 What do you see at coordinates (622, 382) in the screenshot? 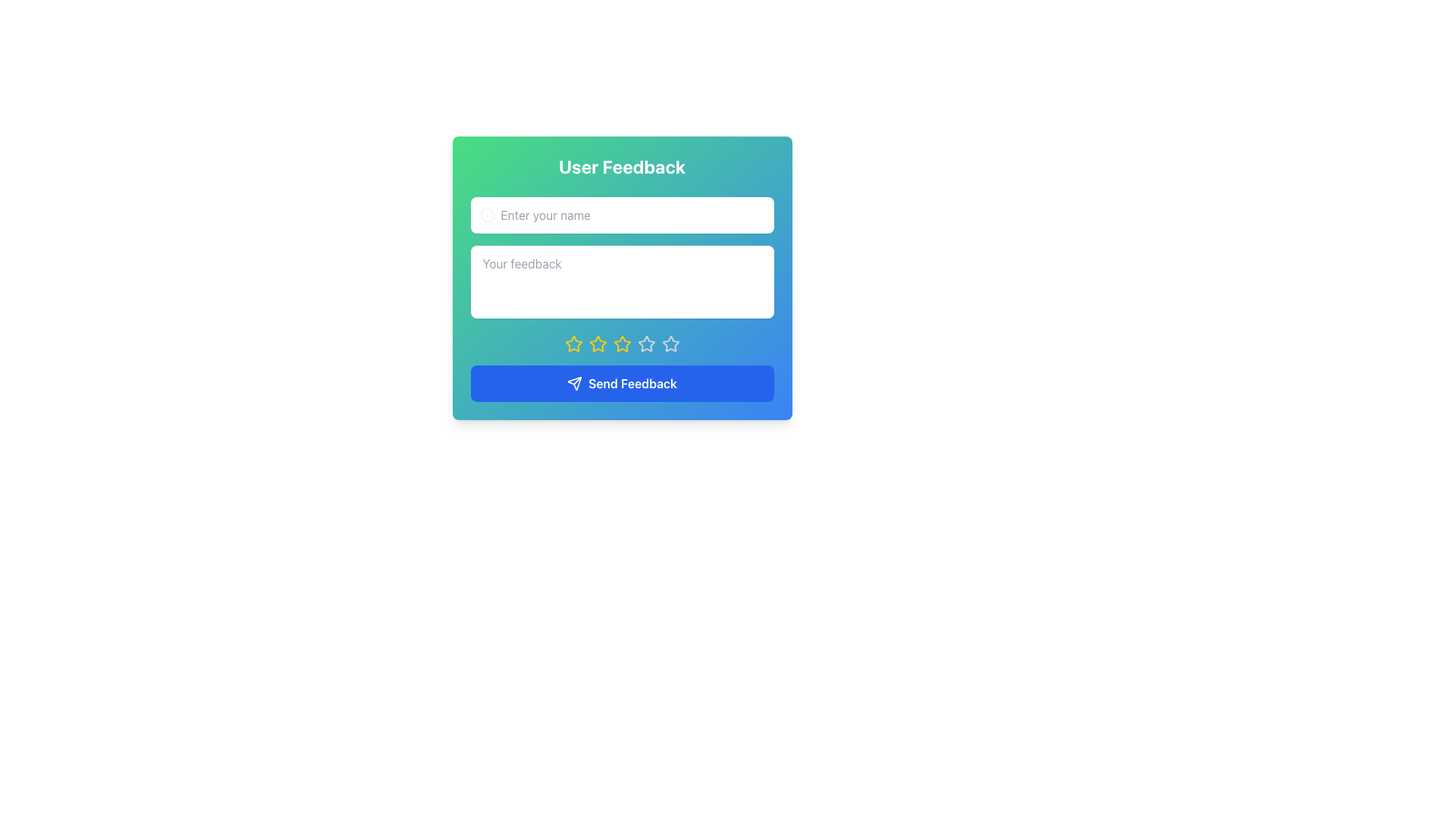
I see `the feedback submission button located at the bottom of the form layout, directly beneath the row of star icons used for rating` at bounding box center [622, 382].